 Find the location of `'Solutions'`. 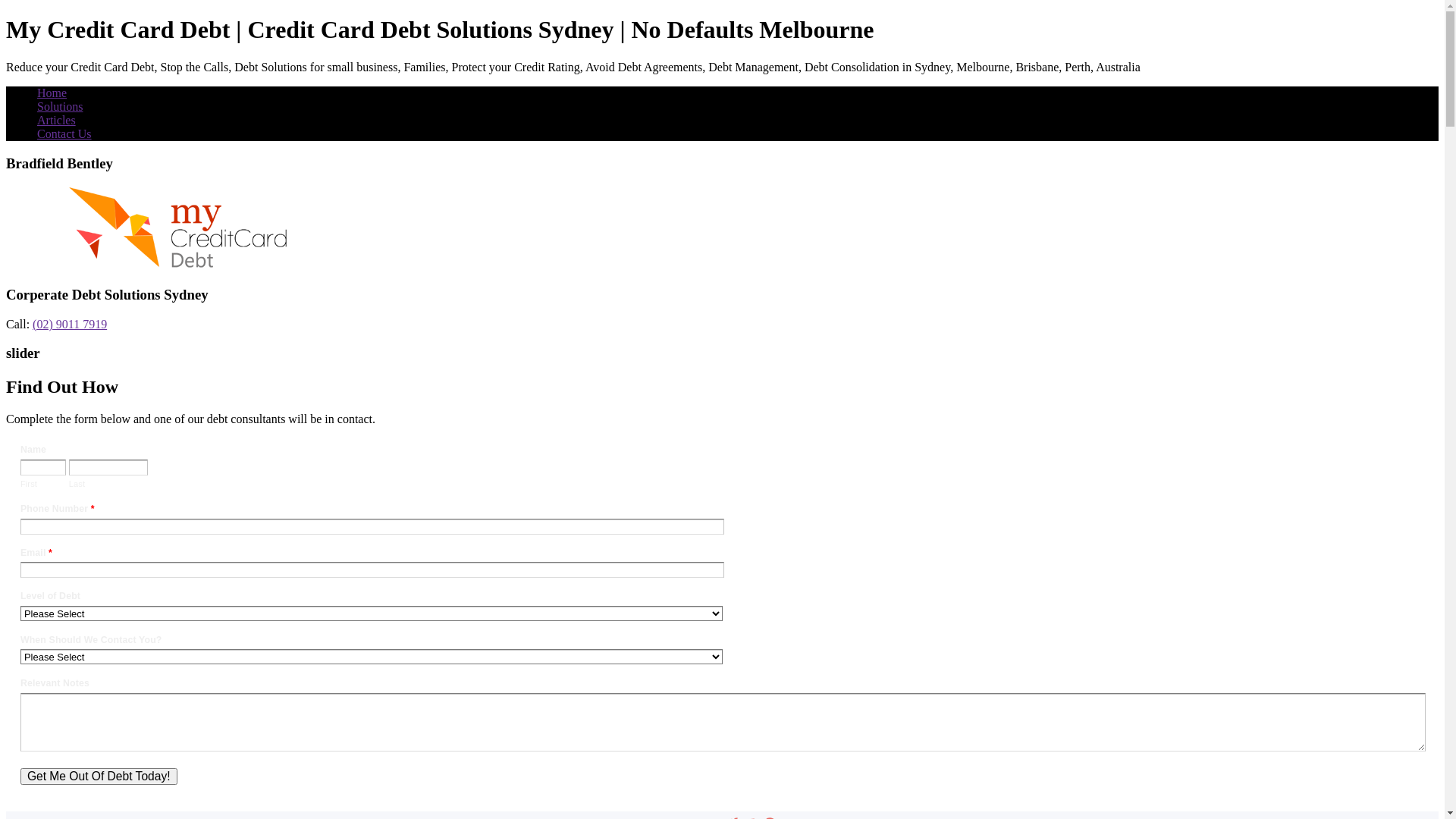

'Solutions' is located at coordinates (59, 105).